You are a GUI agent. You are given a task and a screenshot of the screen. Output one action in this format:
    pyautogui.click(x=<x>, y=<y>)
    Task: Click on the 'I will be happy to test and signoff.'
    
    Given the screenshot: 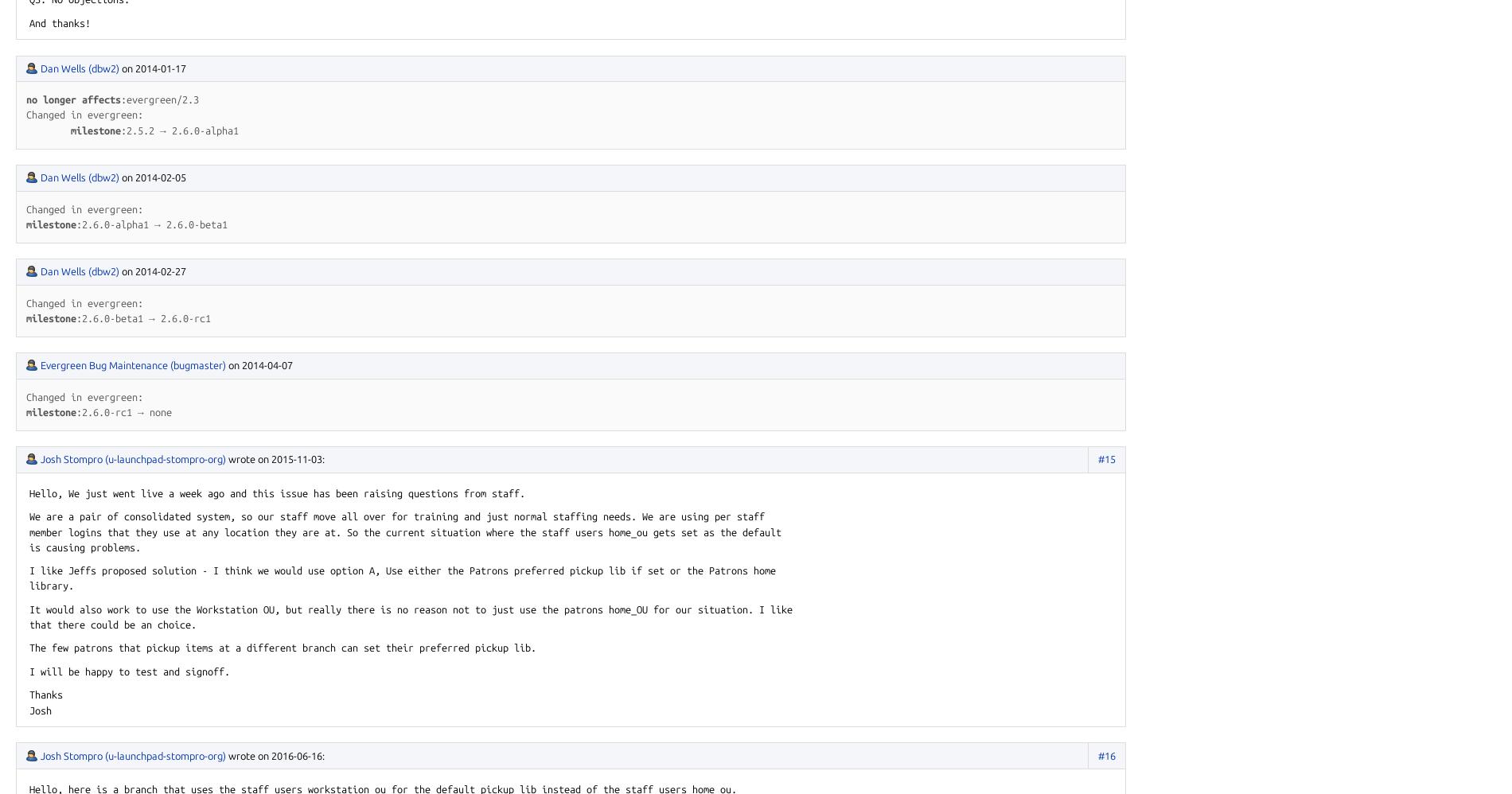 What is the action you would take?
    pyautogui.click(x=130, y=671)
    